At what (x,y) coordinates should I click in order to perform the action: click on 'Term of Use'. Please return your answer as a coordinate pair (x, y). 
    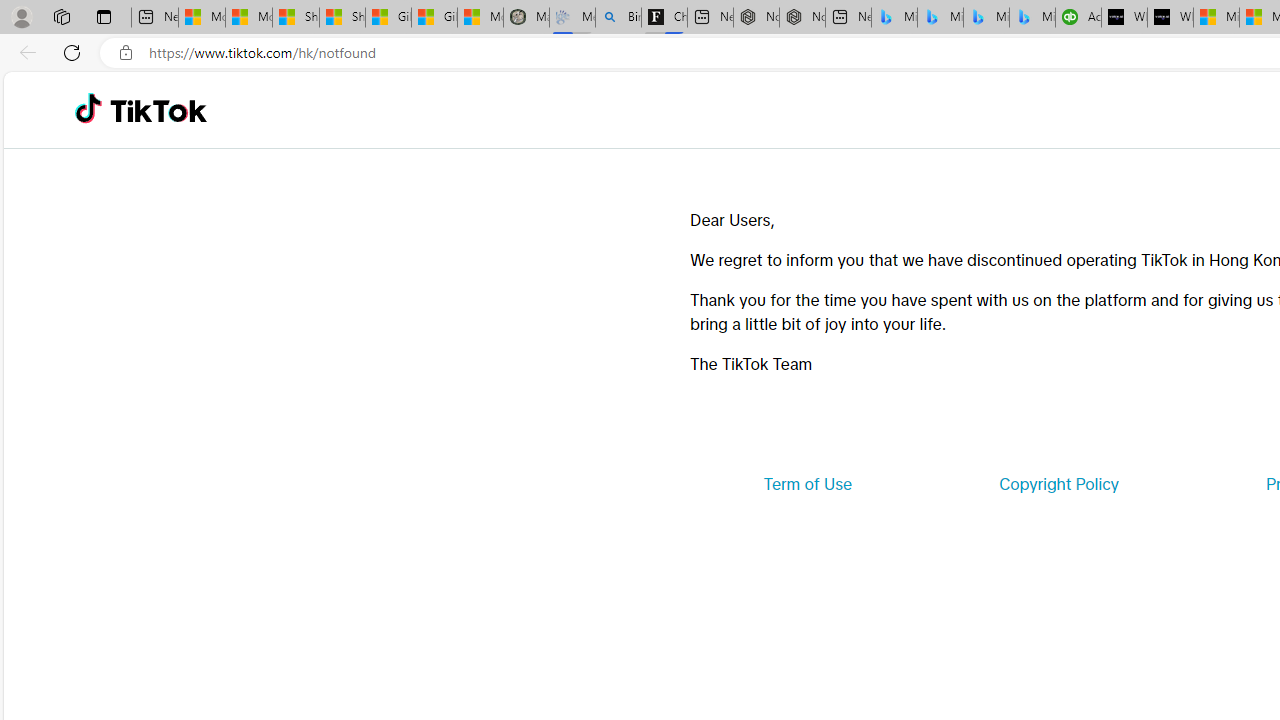
    Looking at the image, I should click on (807, 484).